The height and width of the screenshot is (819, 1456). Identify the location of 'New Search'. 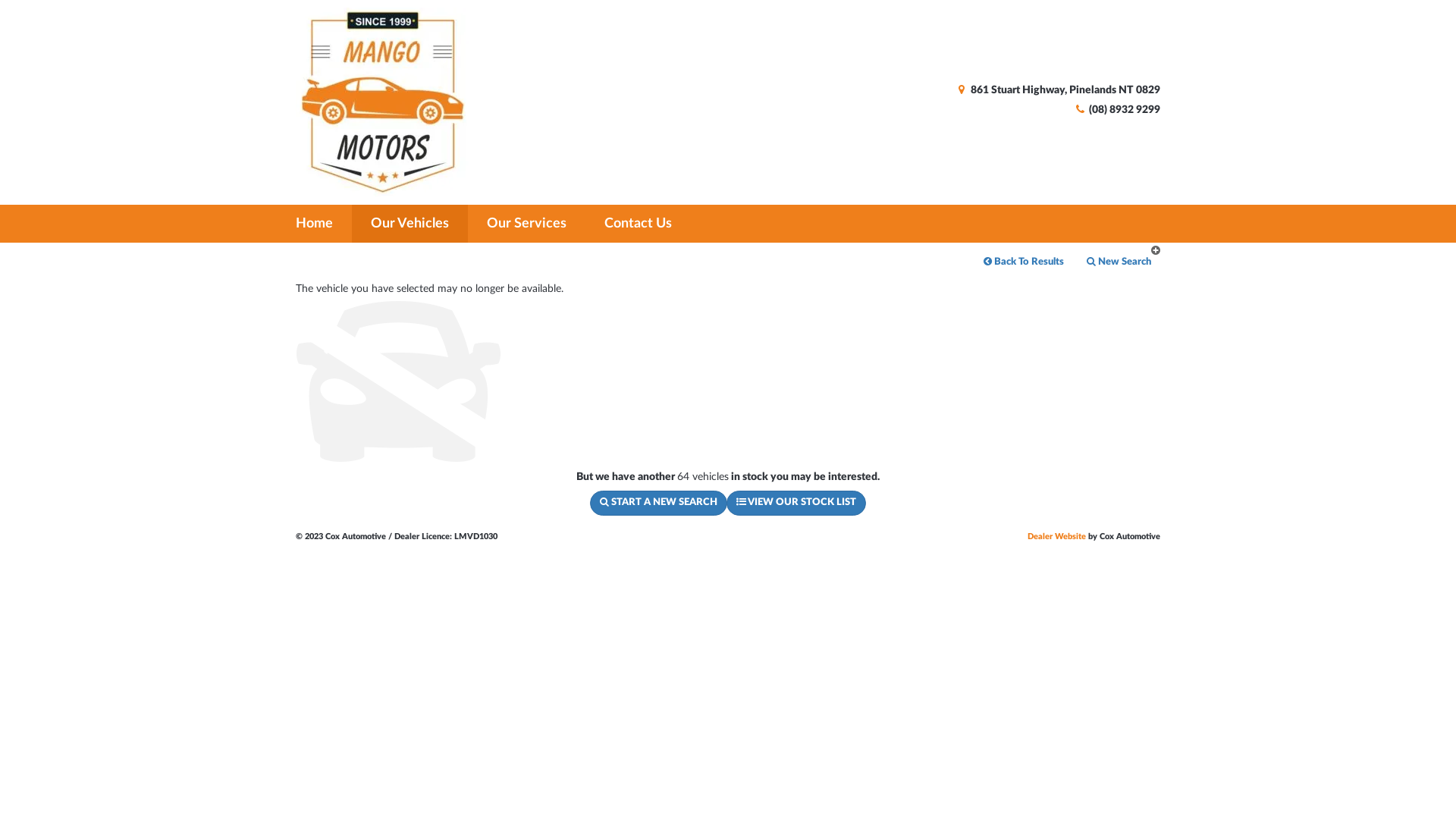
(1074, 262).